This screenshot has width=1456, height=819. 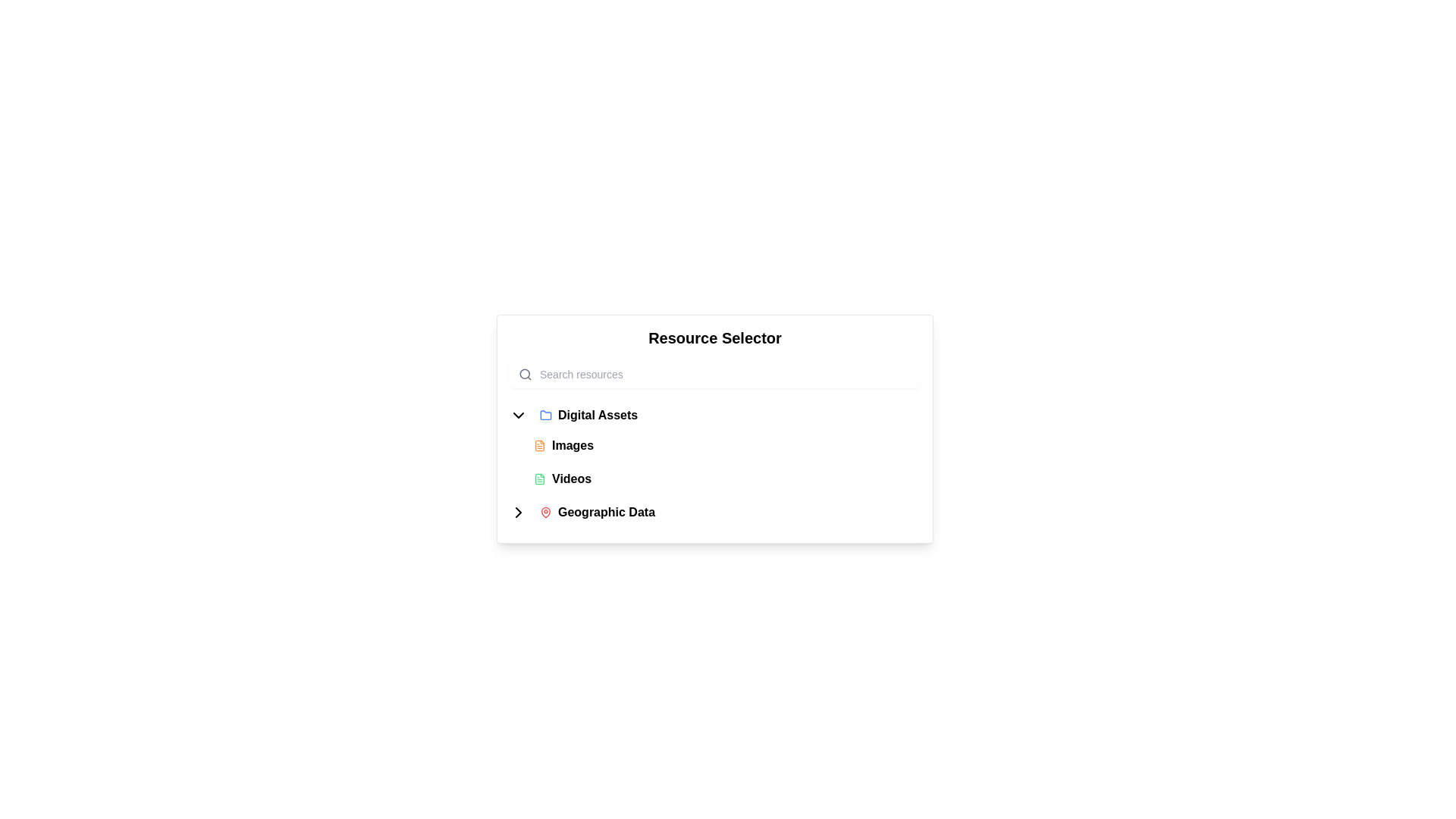 What do you see at coordinates (571, 479) in the screenshot?
I see `the 'Videos' label within the interactive button located in the 'Resource Selector' panel under the 'Digital Assets' dropdown` at bounding box center [571, 479].